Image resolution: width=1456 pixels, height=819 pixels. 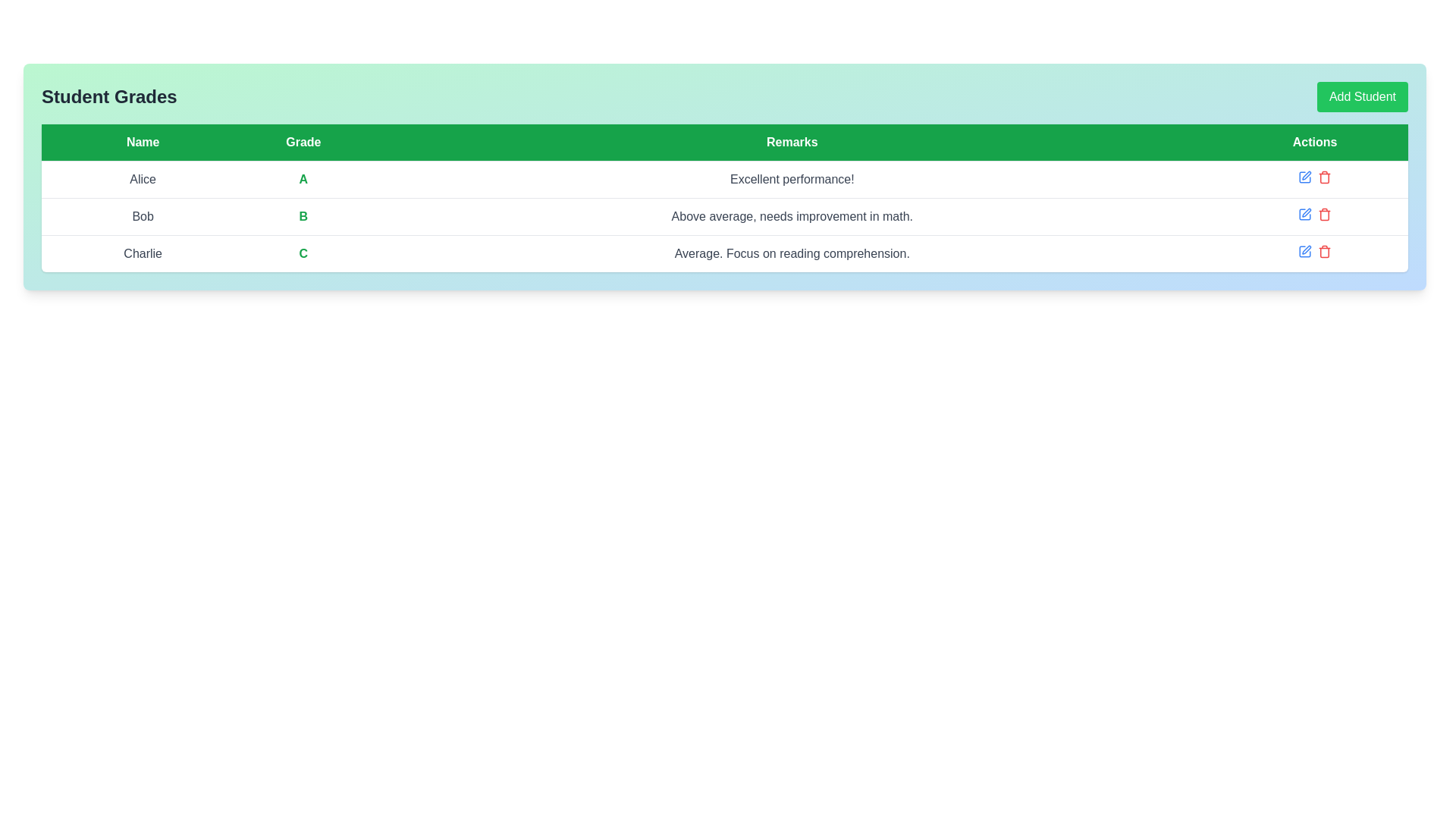 I want to click on the text label displaying 'Average. Focus on reading comprehension.' located in the last row of the 'Remarks' column, so click(x=791, y=253).